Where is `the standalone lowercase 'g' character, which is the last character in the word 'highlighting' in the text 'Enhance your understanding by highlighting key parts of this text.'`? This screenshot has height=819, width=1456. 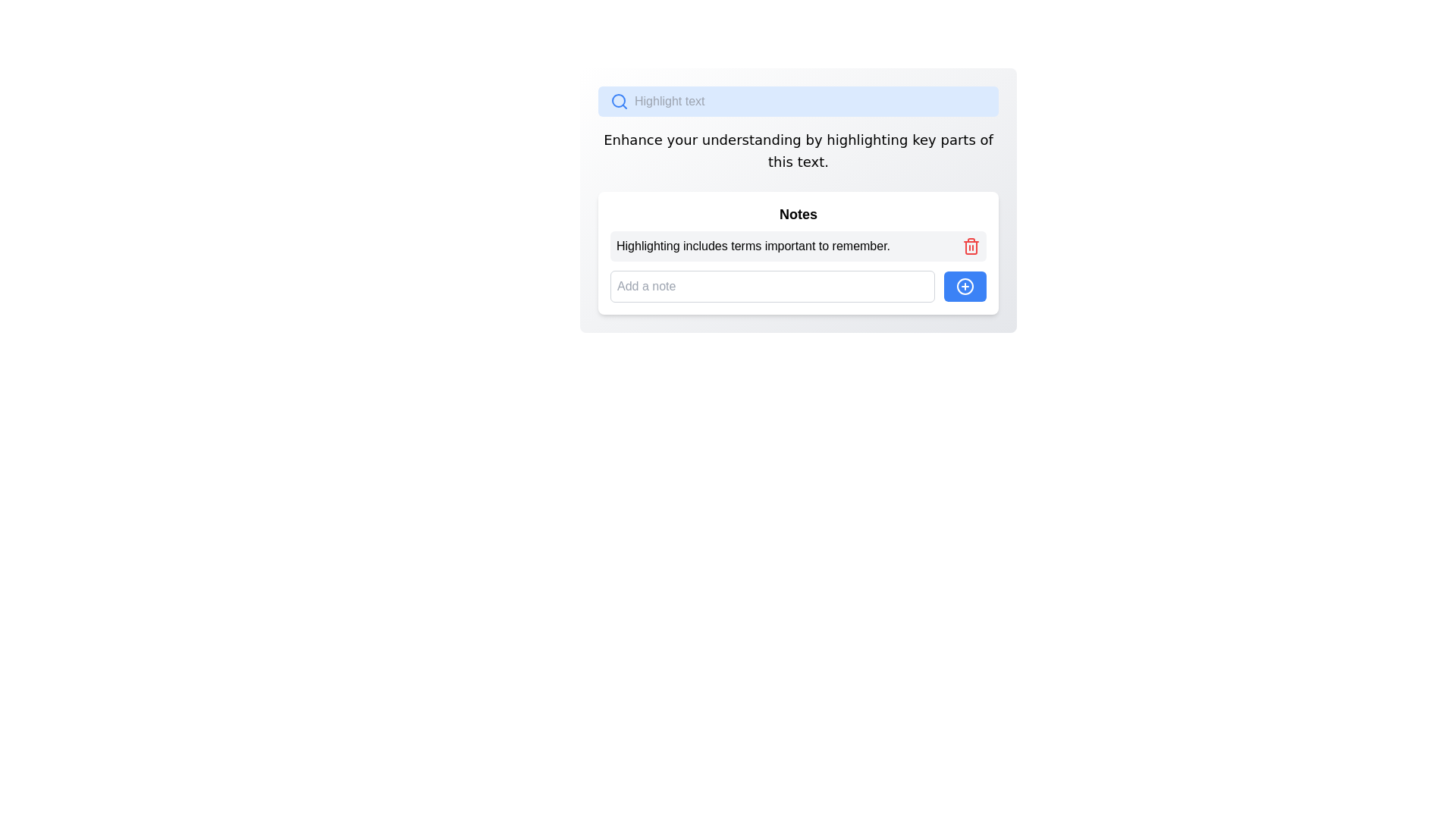
the standalone lowercase 'g' character, which is the last character in the word 'highlighting' in the text 'Enhance your understanding by highlighting key parts of this text.' is located at coordinates (903, 140).